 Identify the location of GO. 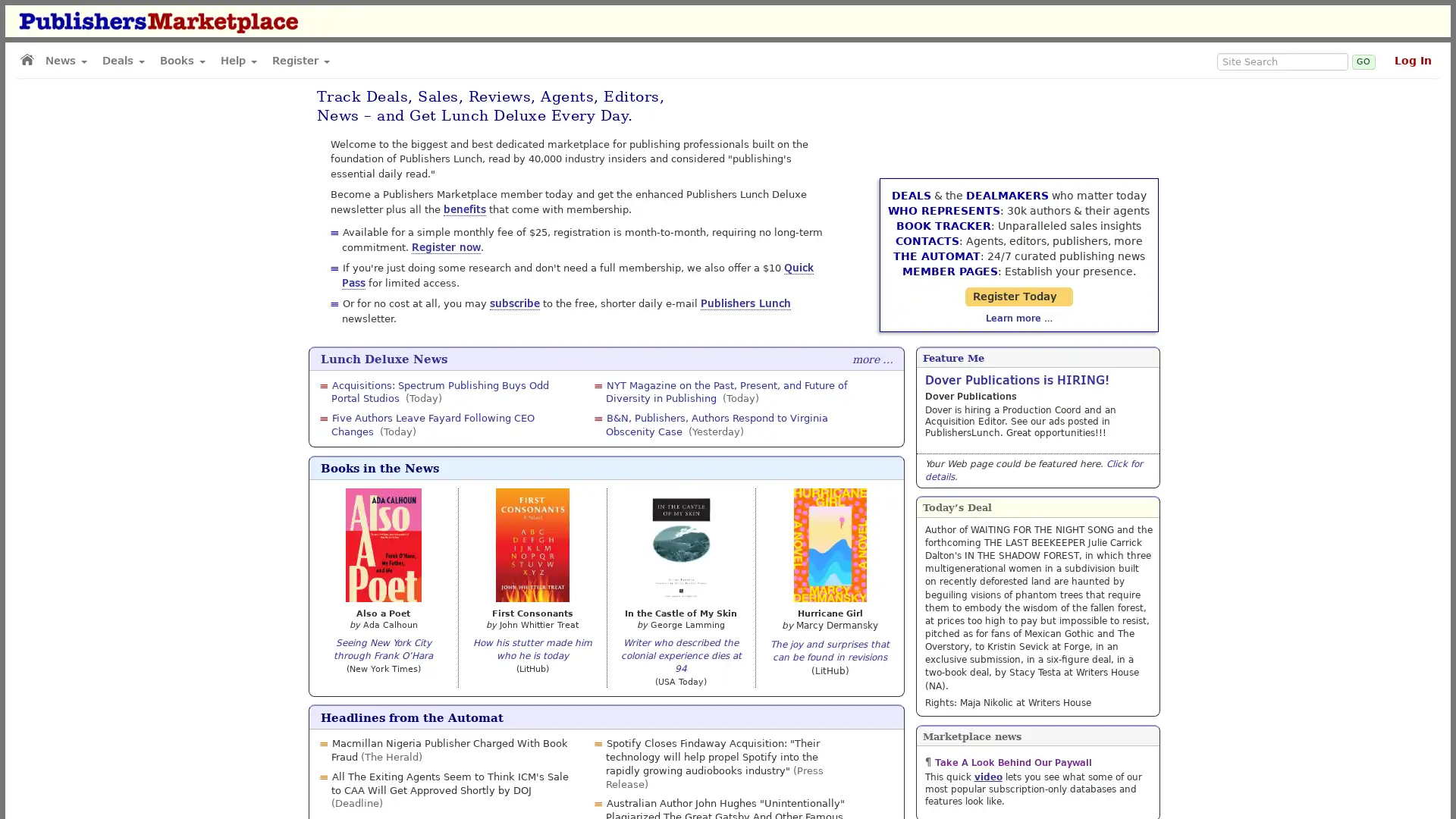
(1363, 61).